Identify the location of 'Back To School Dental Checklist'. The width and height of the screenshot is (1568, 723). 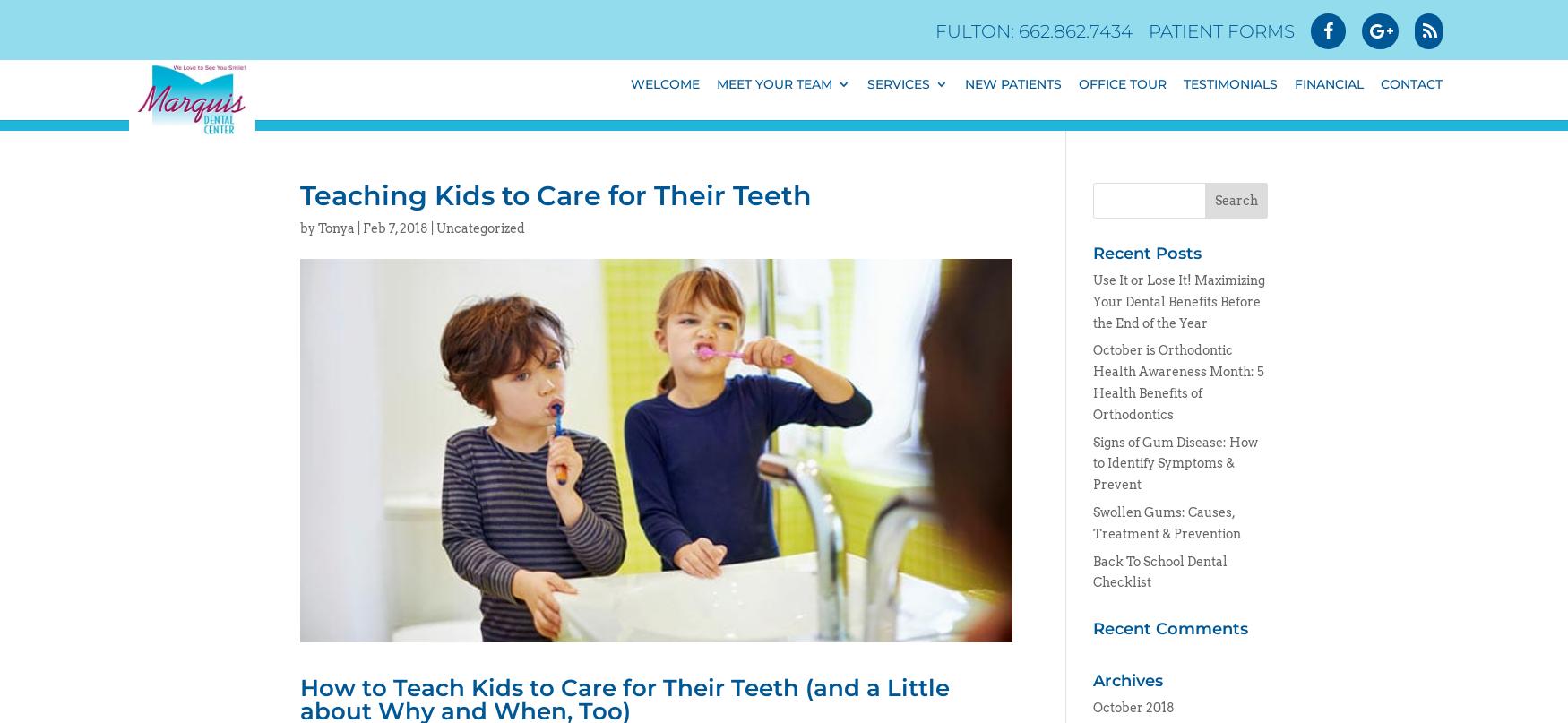
(1158, 571).